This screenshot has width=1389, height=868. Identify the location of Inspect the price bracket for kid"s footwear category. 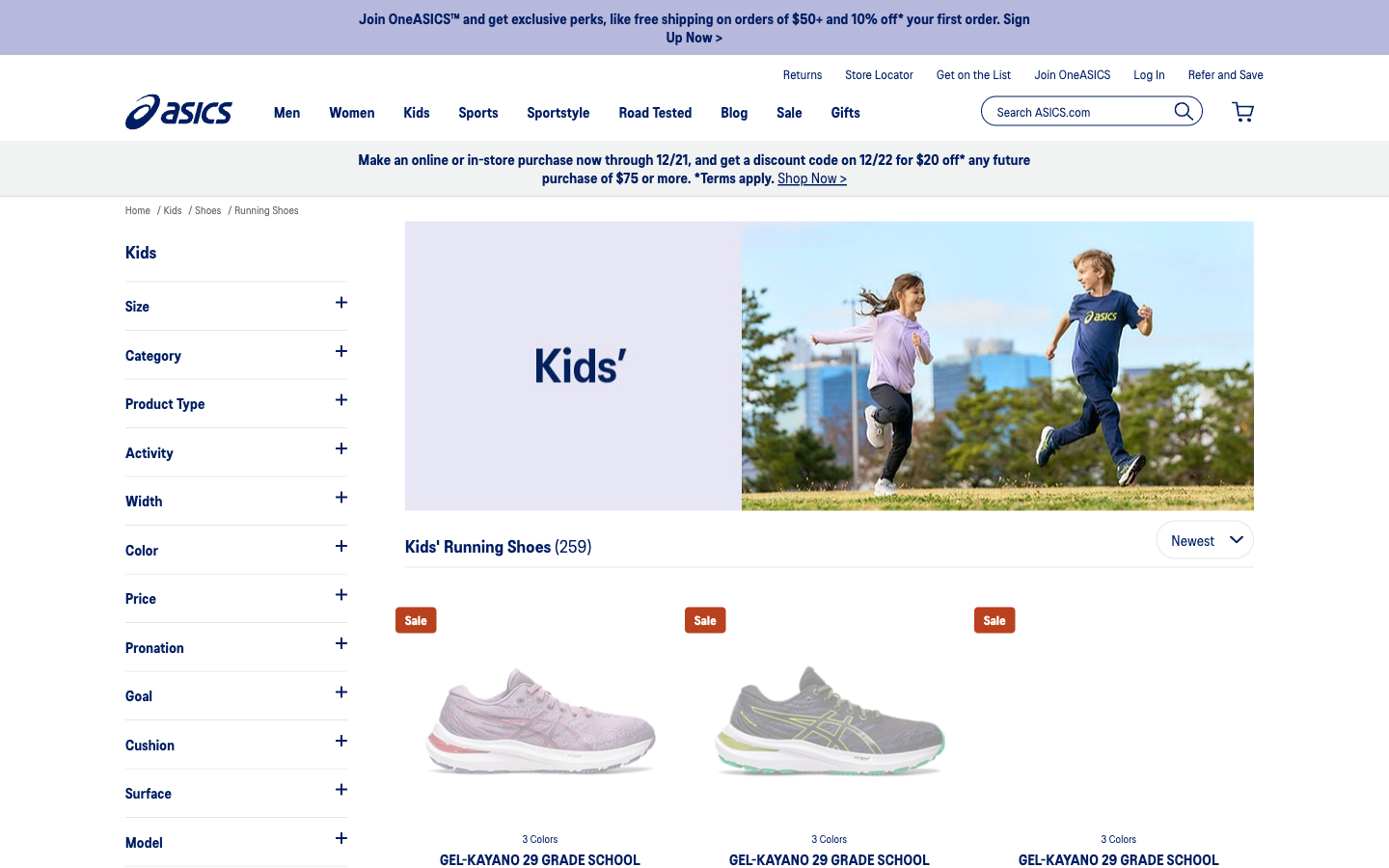
(234, 598).